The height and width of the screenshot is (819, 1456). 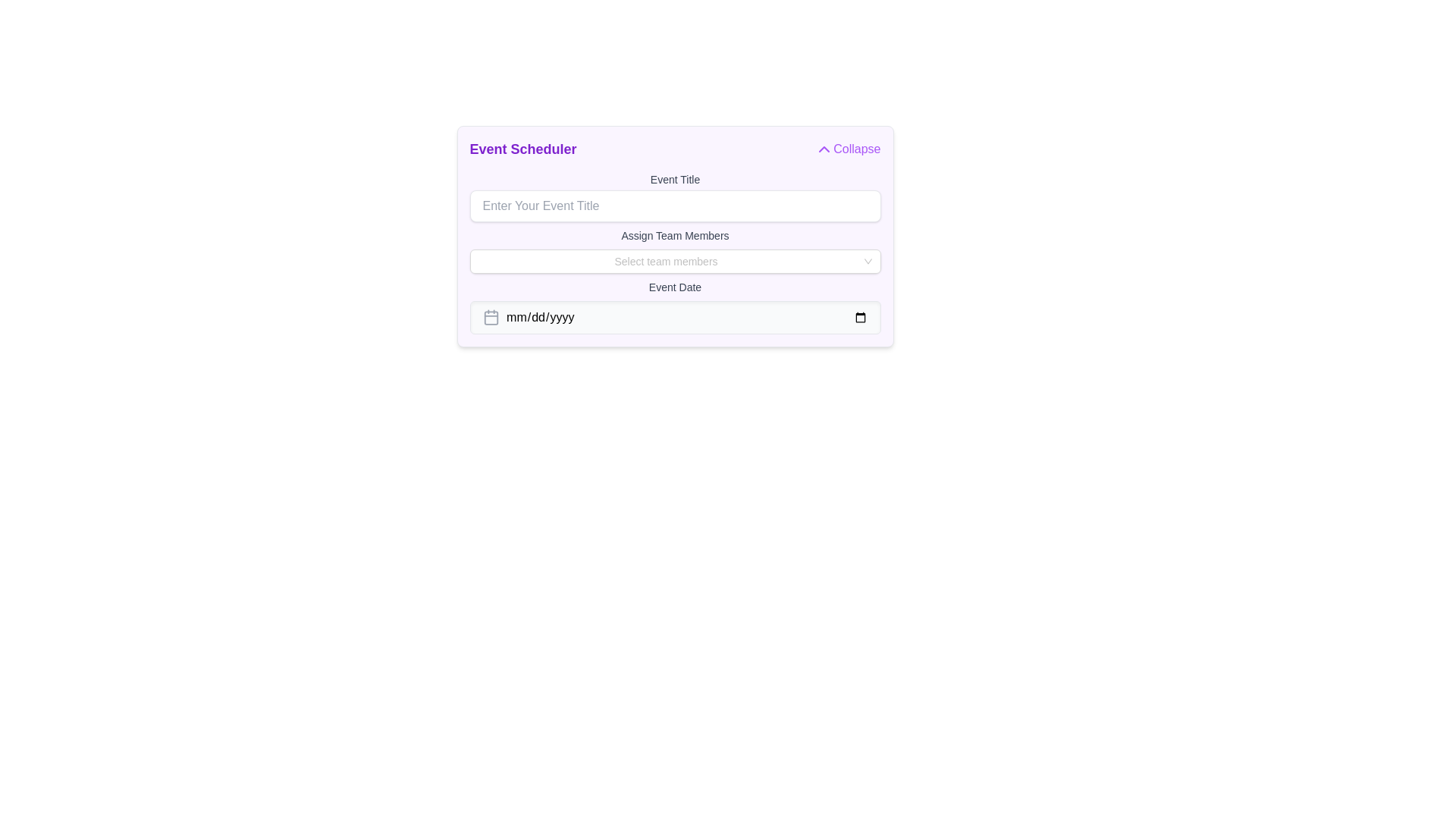 I want to click on on the Dropdown menu located beneath the 'Assign Team Members' label, so click(x=674, y=260).